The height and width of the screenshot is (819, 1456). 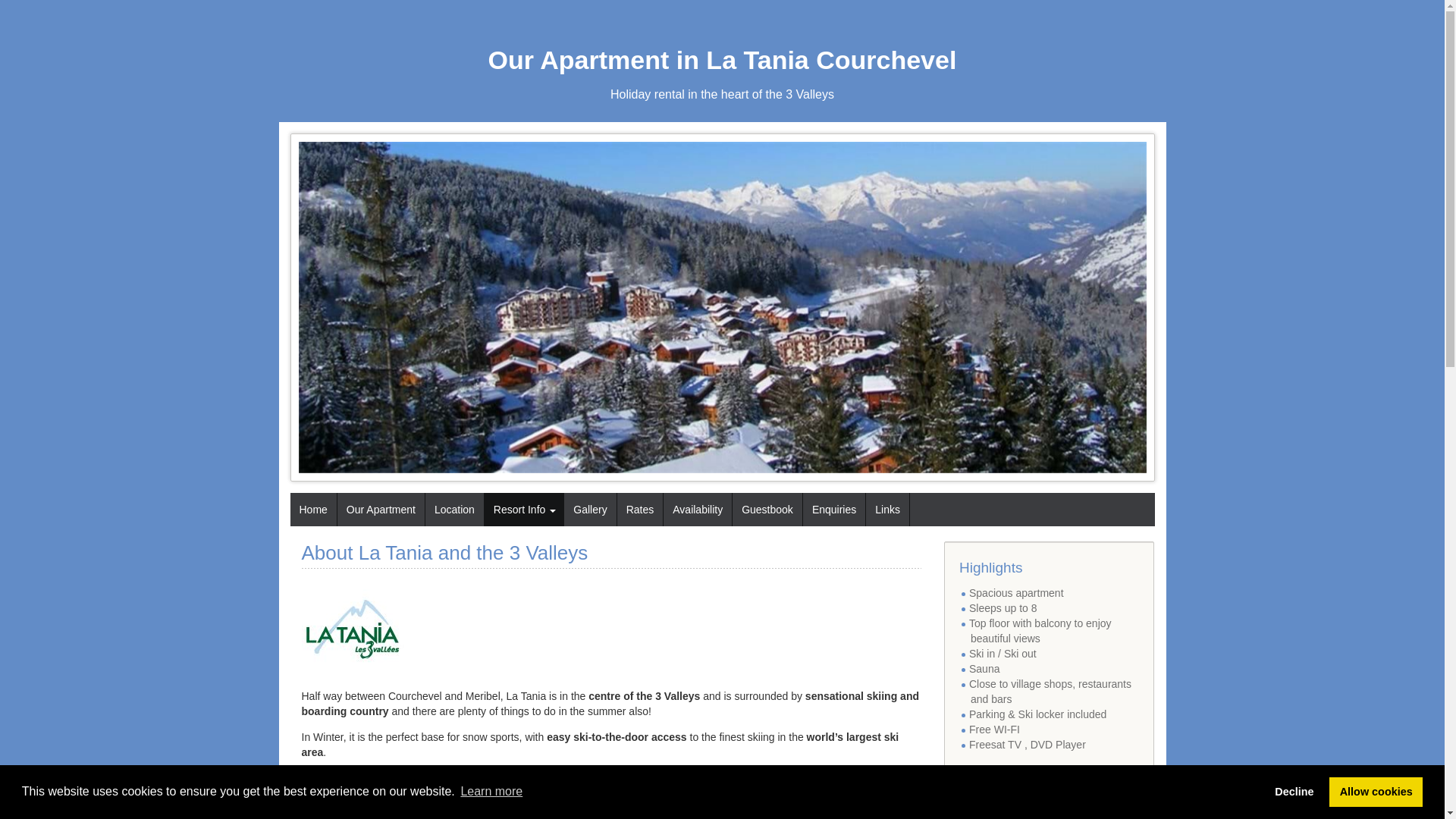 I want to click on 'Availability', so click(x=663, y=509).